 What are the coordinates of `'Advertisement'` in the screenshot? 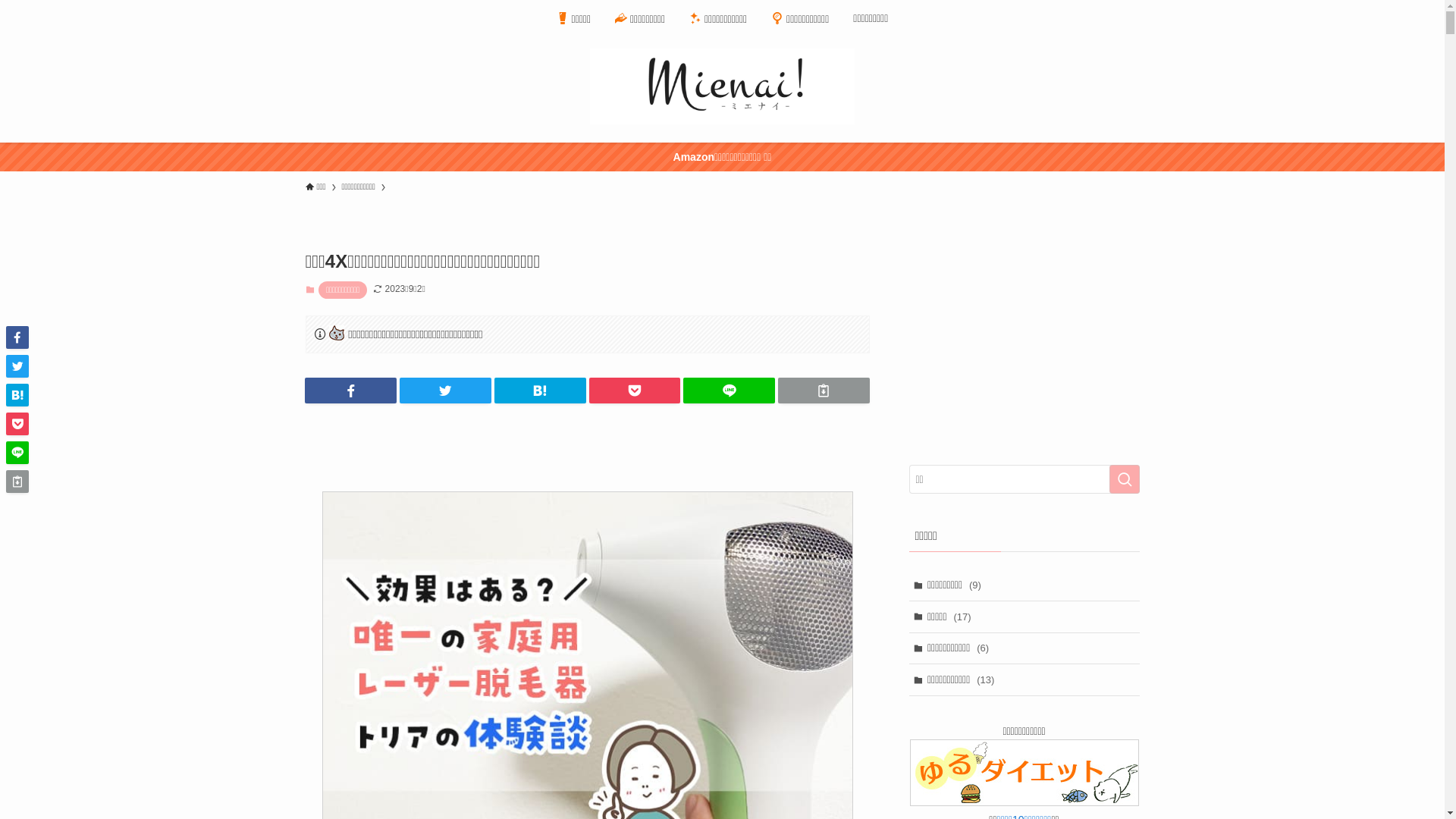 It's located at (580, 444).